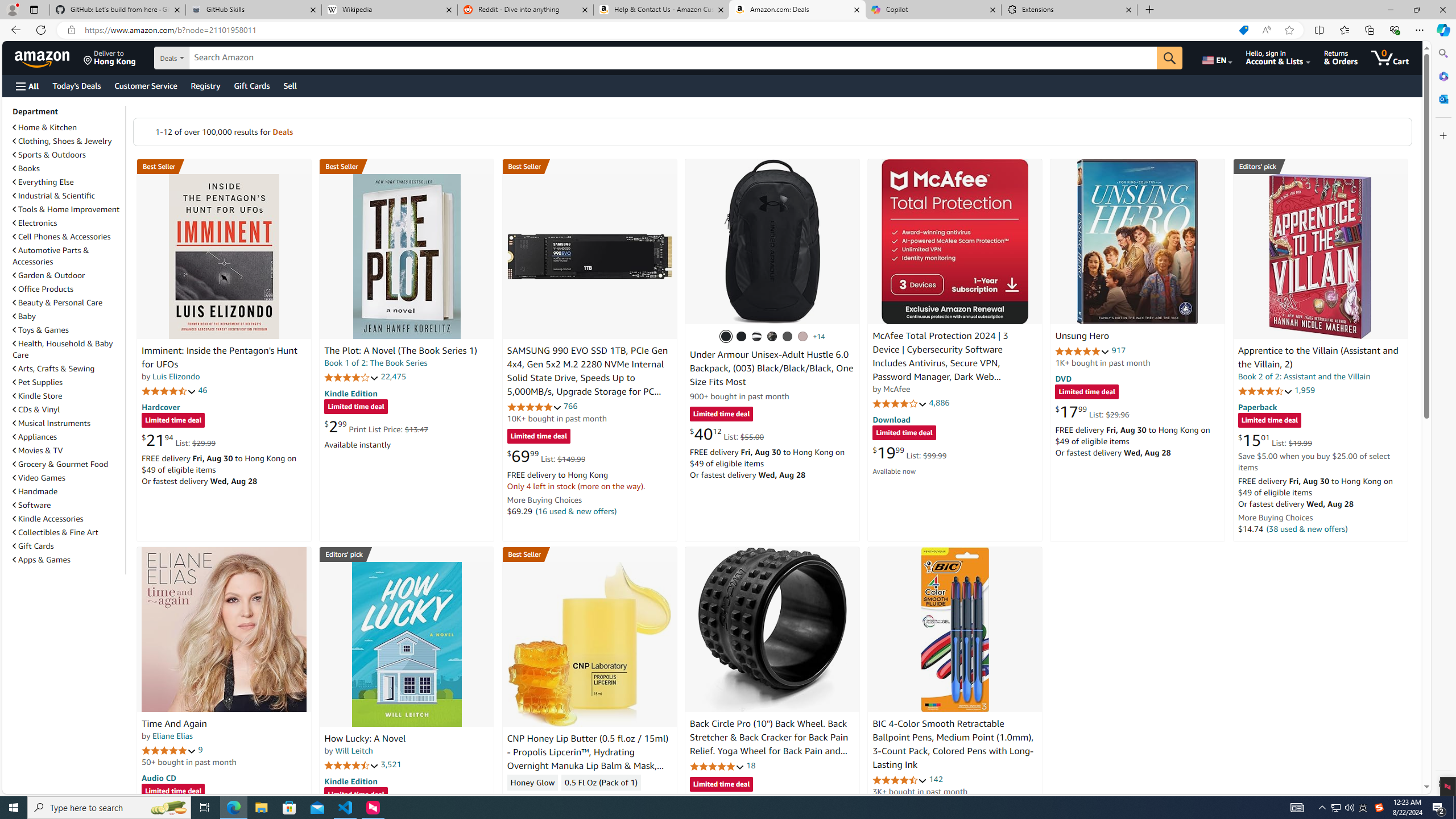 The image size is (1456, 819). Describe the element at coordinates (253, 9) in the screenshot. I see `'GitHub Skills'` at that location.